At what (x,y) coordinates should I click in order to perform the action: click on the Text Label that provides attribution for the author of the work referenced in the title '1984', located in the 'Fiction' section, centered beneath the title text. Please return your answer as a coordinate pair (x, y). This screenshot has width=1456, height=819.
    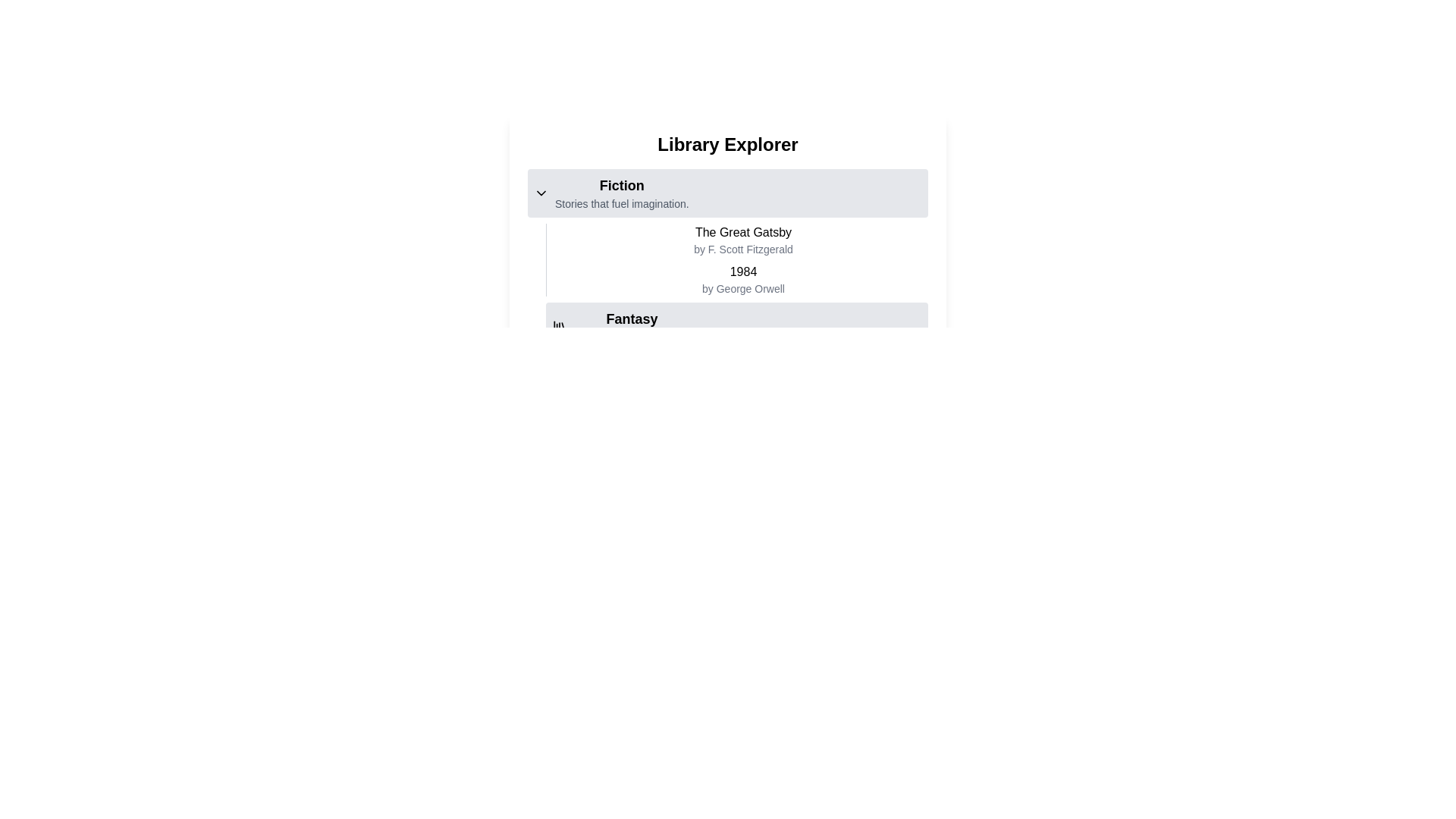
    Looking at the image, I should click on (743, 289).